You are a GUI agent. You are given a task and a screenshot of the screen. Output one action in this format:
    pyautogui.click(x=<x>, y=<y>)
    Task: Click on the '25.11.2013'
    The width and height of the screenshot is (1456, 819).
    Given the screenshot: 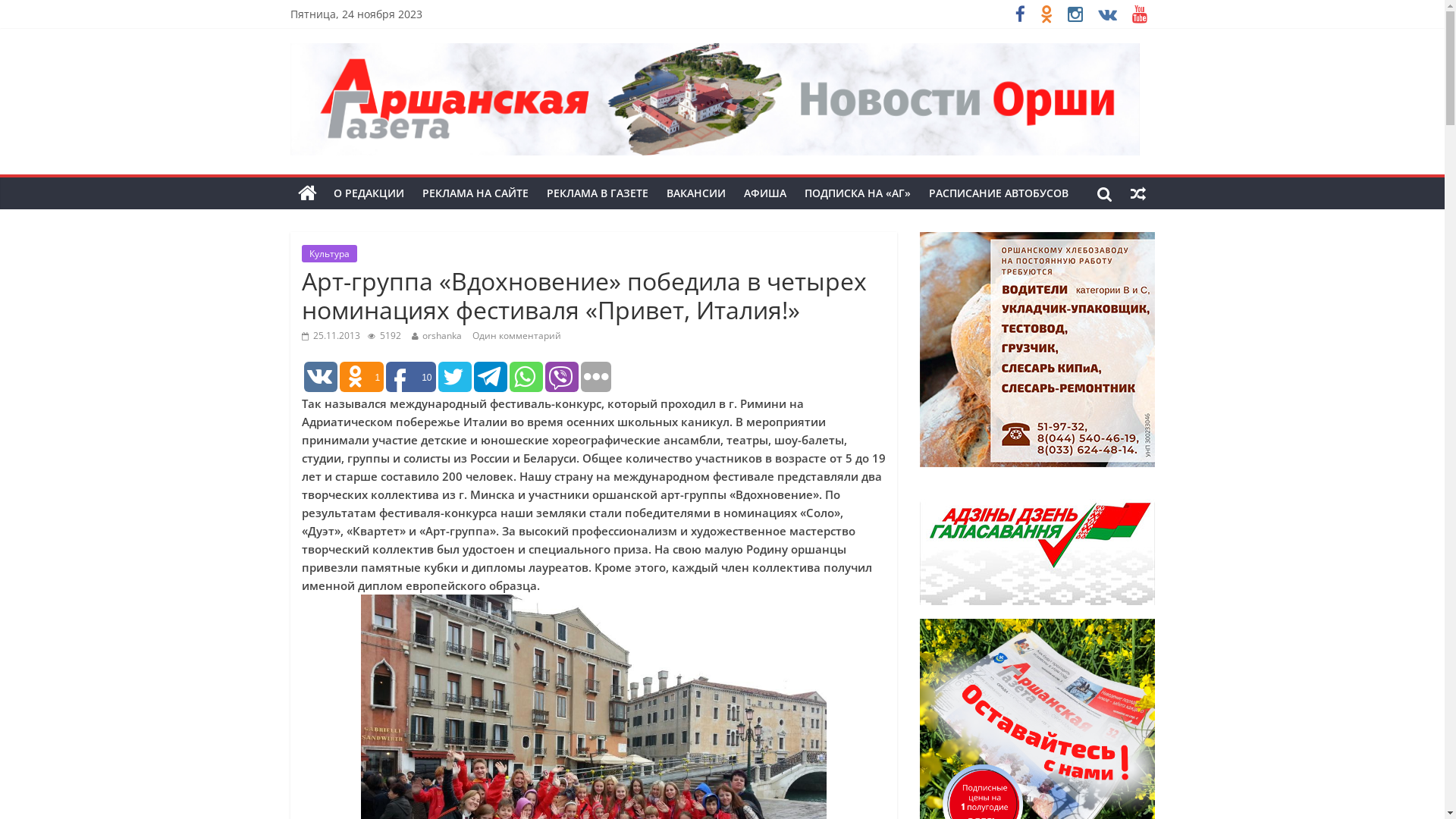 What is the action you would take?
    pyautogui.click(x=330, y=334)
    